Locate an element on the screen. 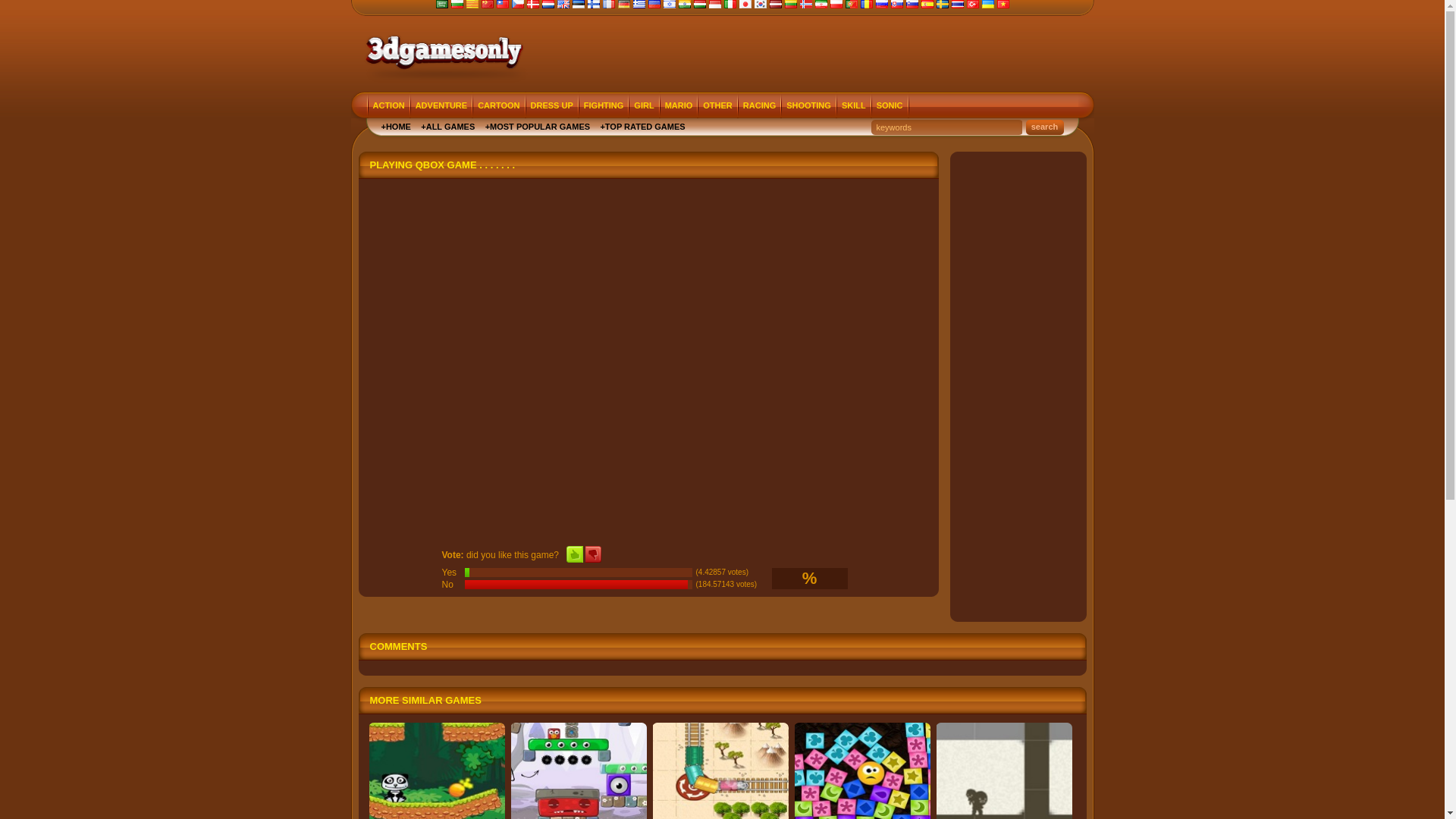  'FIGHTING' is located at coordinates (603, 105).